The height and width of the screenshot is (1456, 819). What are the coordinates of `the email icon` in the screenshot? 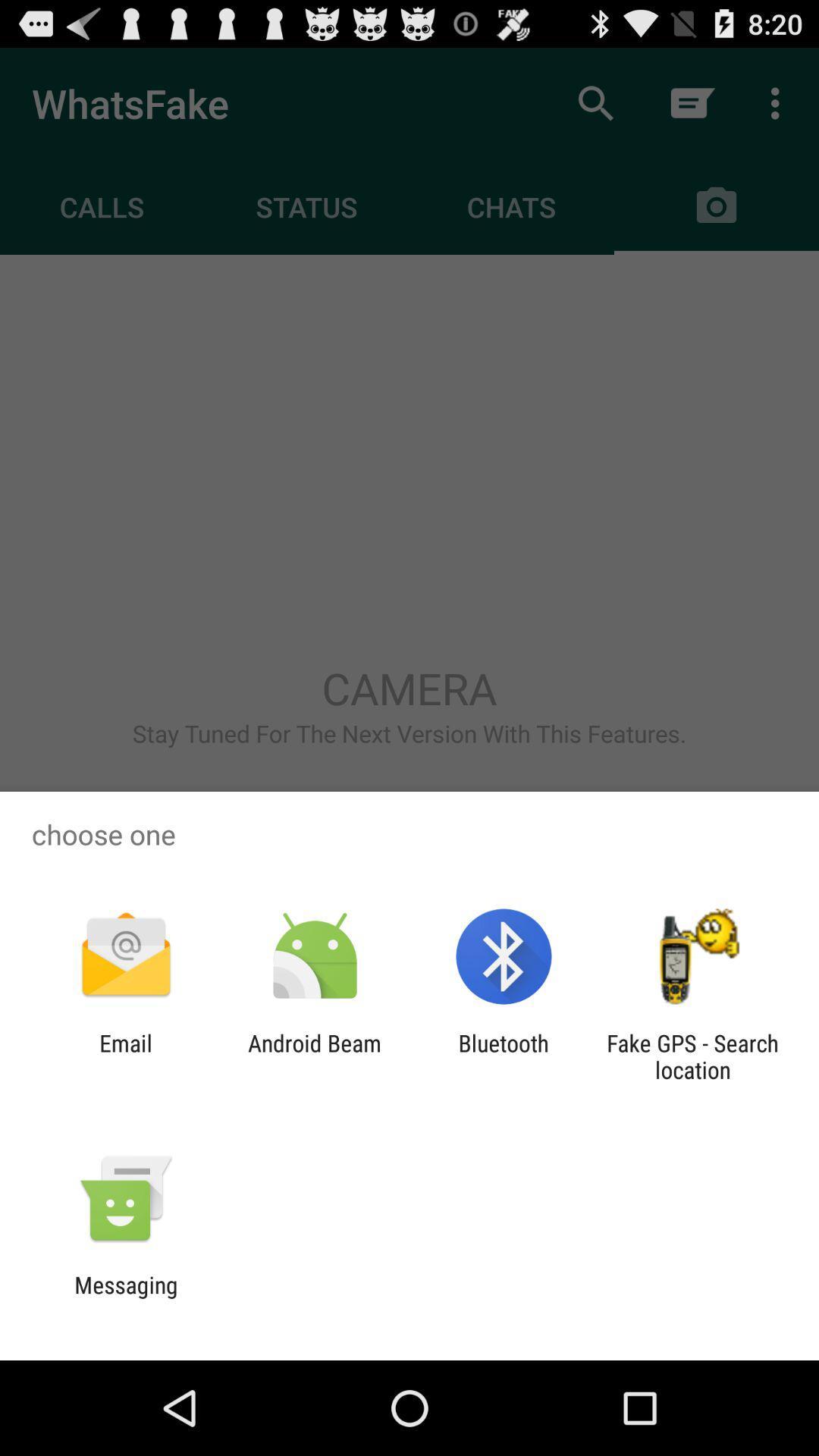 It's located at (125, 1056).